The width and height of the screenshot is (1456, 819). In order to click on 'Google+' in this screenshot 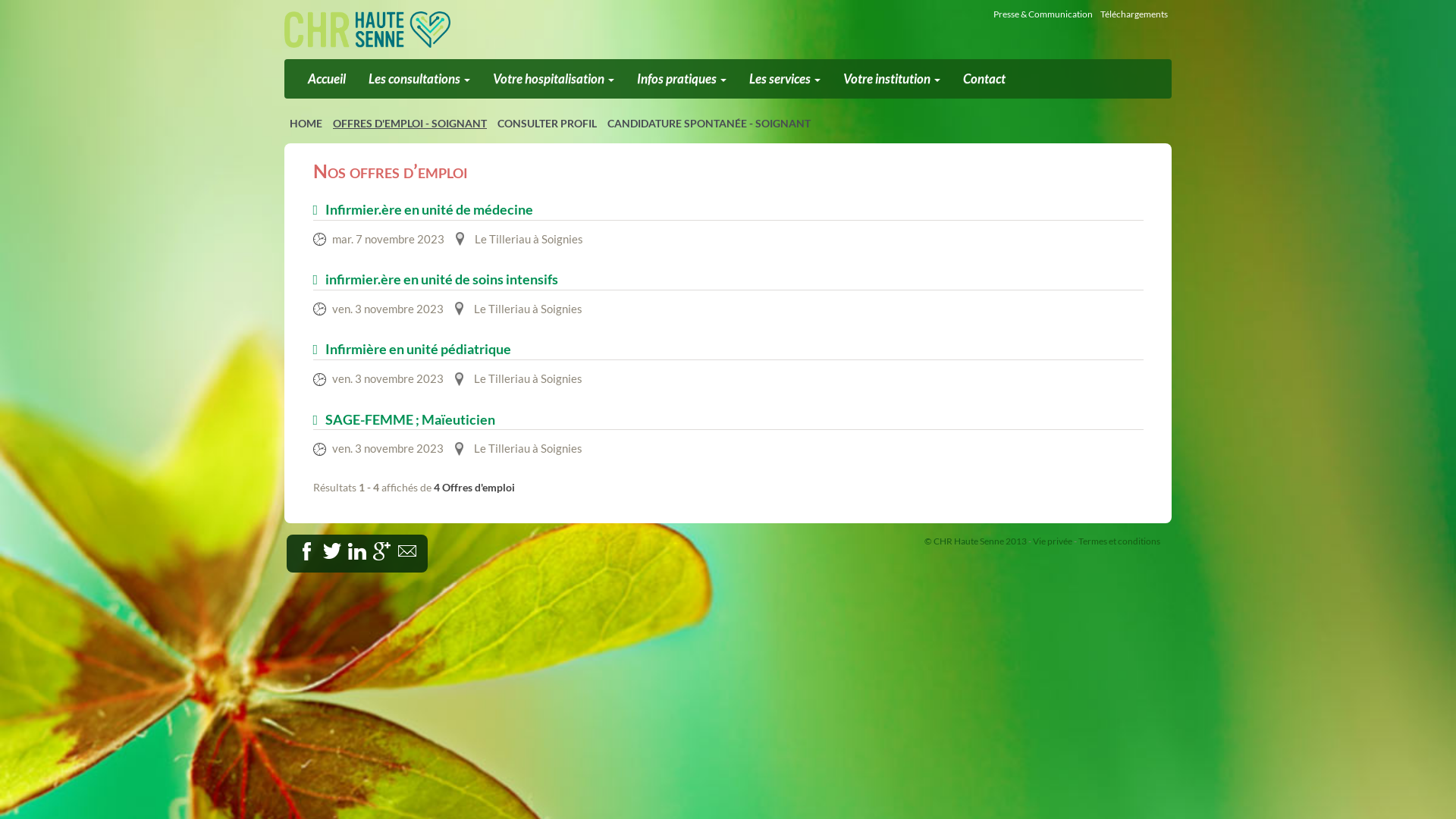, I will do `click(397, 548)`.